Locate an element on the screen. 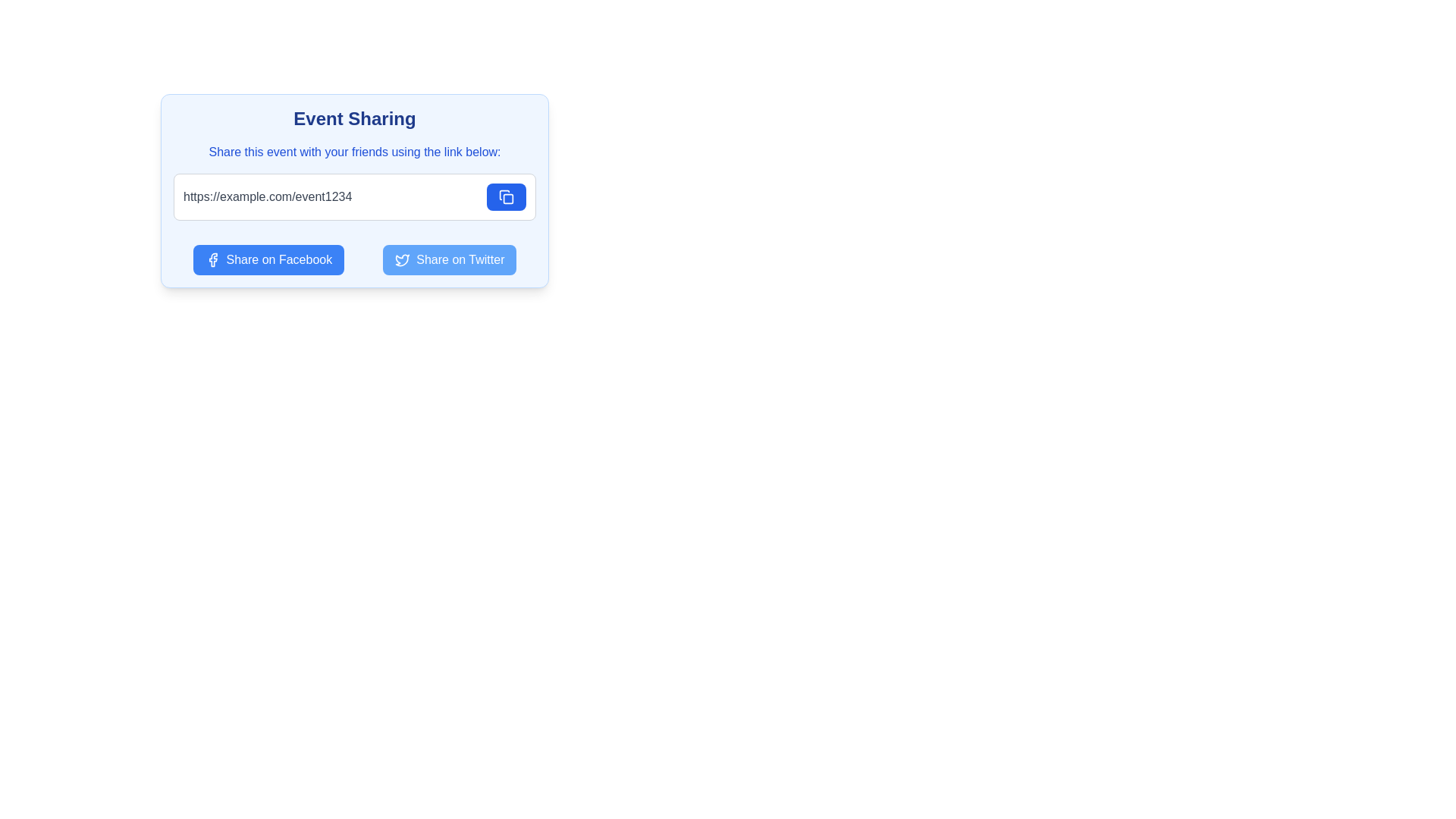 The image size is (1456, 819). the Twitter share button located to the right of the Facebook share button, which displays a hover effect is located at coordinates (449, 259).